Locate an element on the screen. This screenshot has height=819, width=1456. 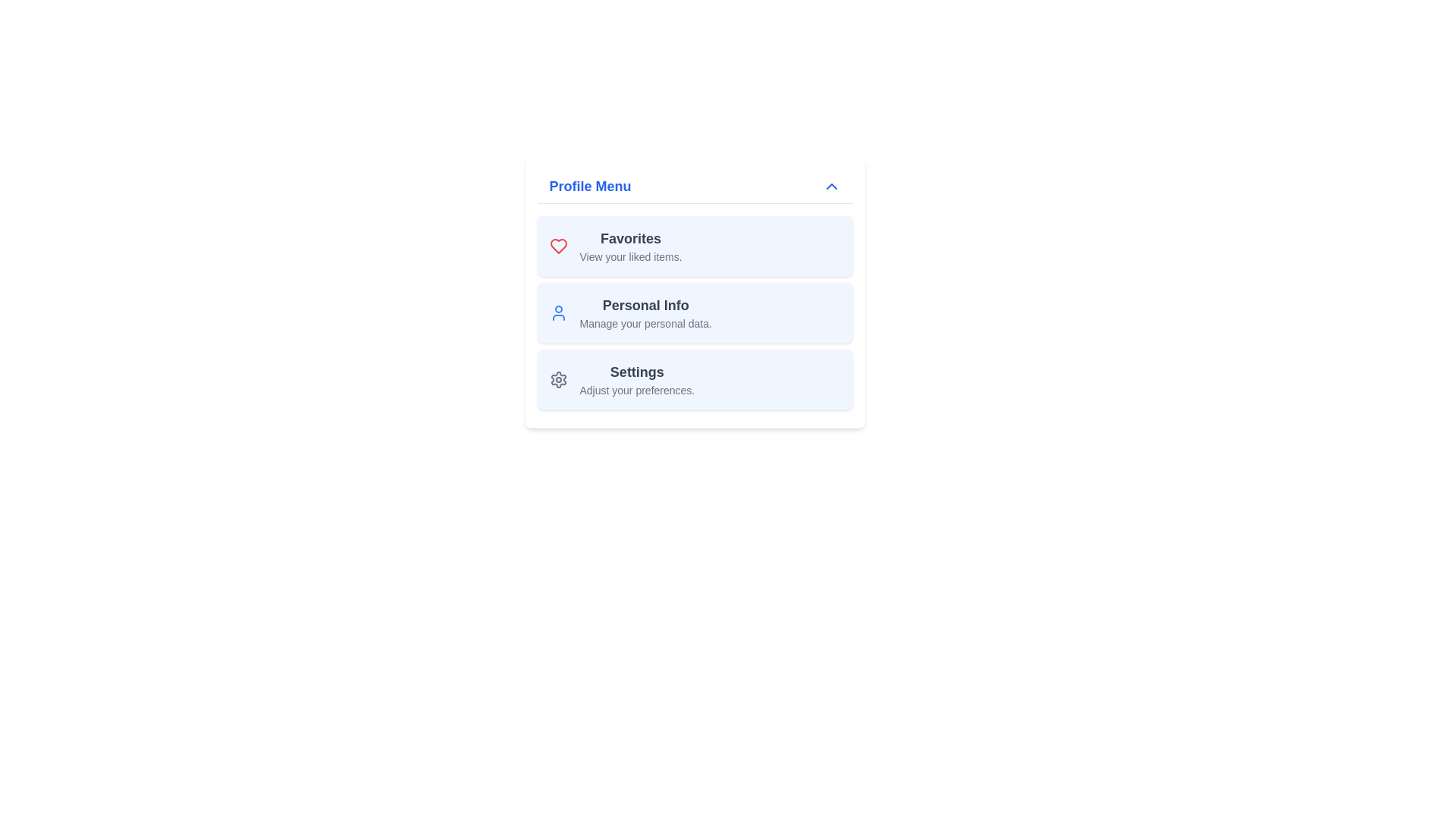
the red heart icon located in the top-left corner of the 'Favorites' section within the 'Profile Menu' card is located at coordinates (557, 245).